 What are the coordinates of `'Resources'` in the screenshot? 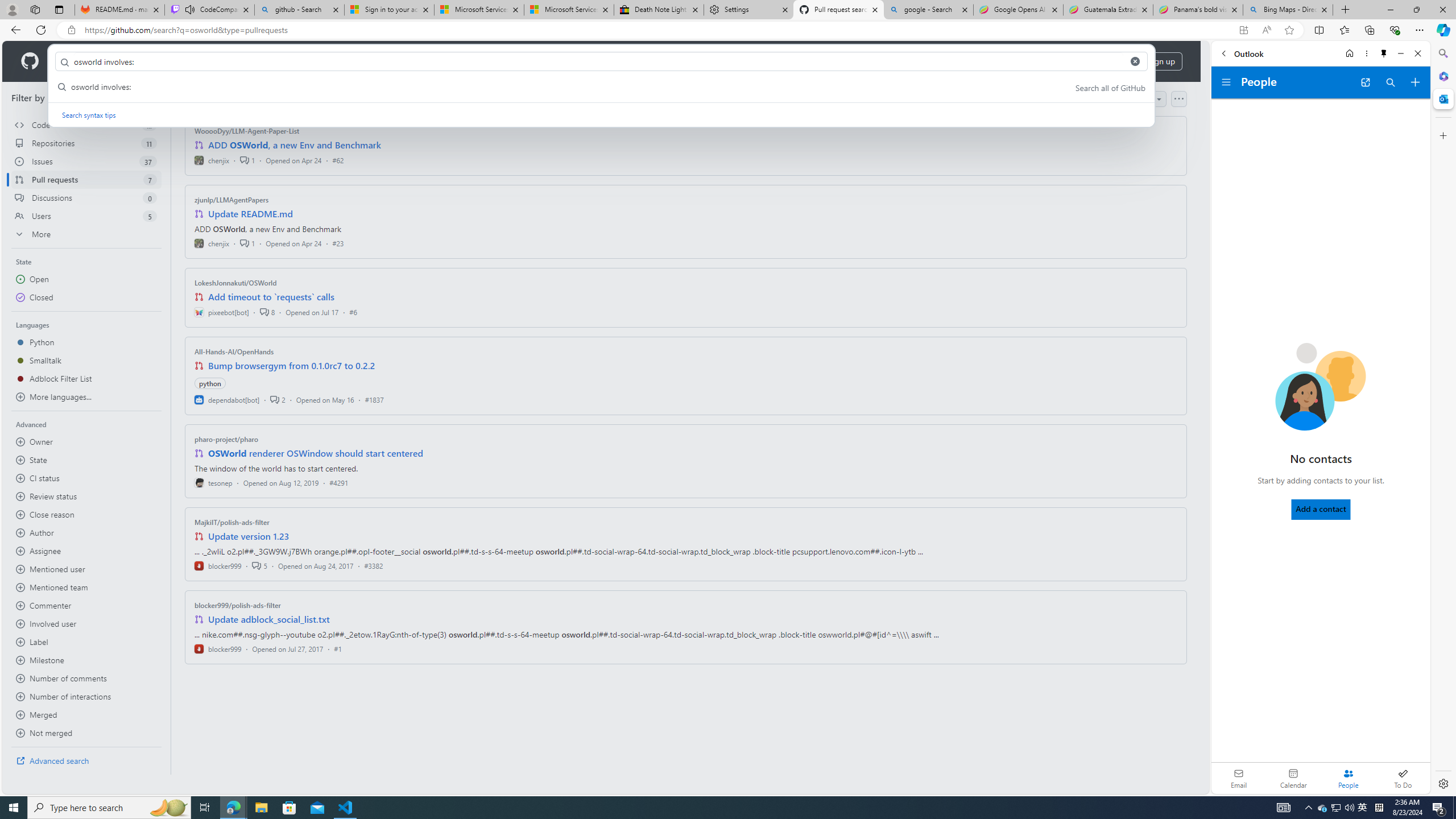 It's located at (188, 61).